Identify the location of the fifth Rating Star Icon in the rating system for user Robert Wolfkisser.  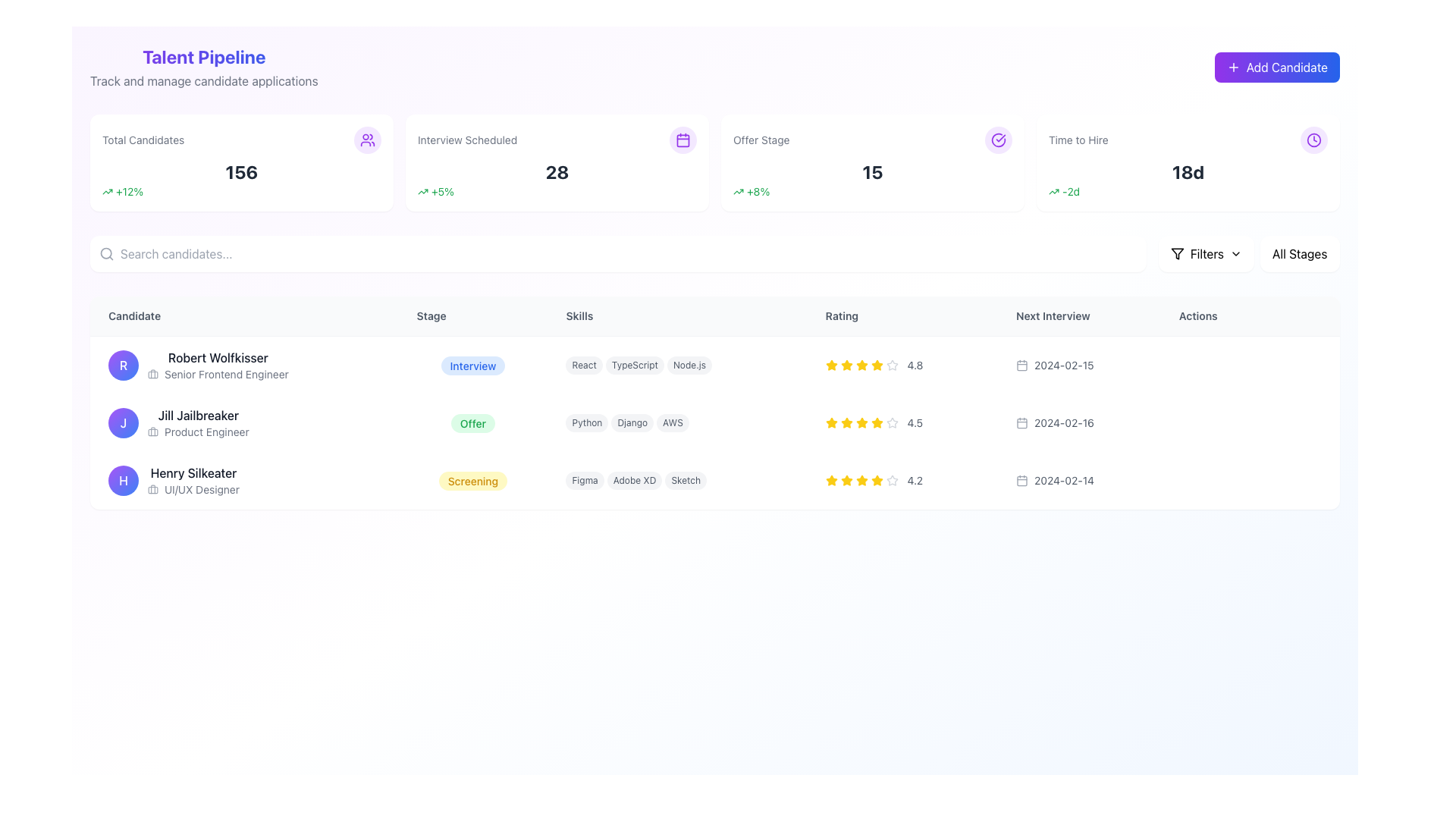
(861, 366).